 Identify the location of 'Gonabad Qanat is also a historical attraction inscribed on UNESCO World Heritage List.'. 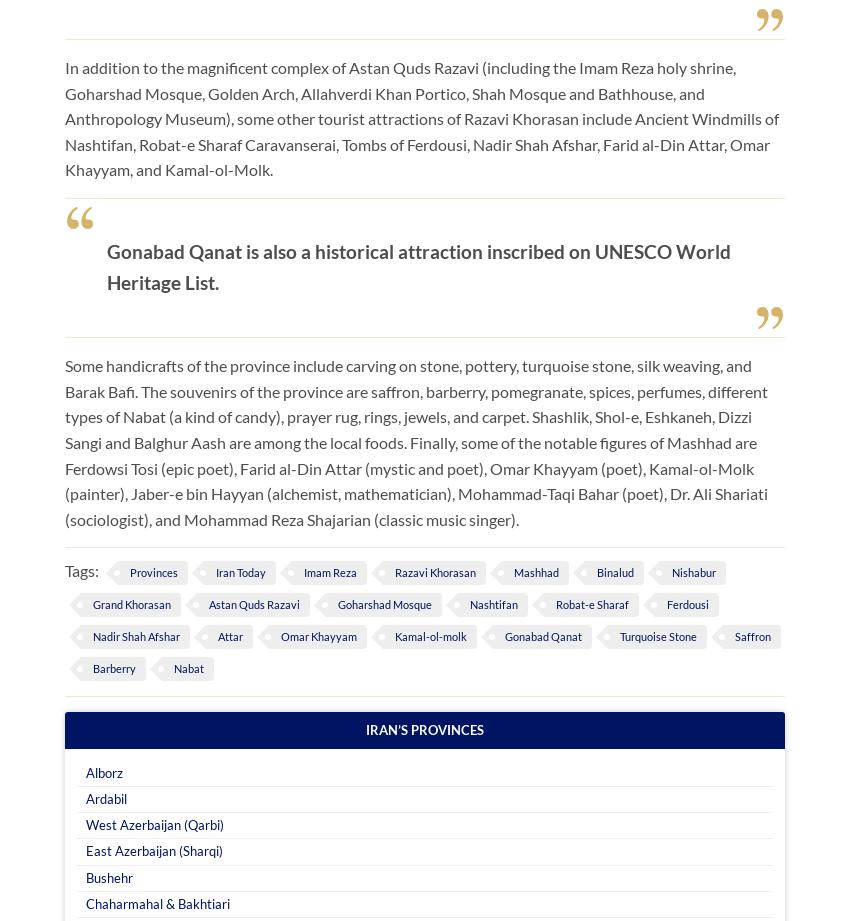
(106, 265).